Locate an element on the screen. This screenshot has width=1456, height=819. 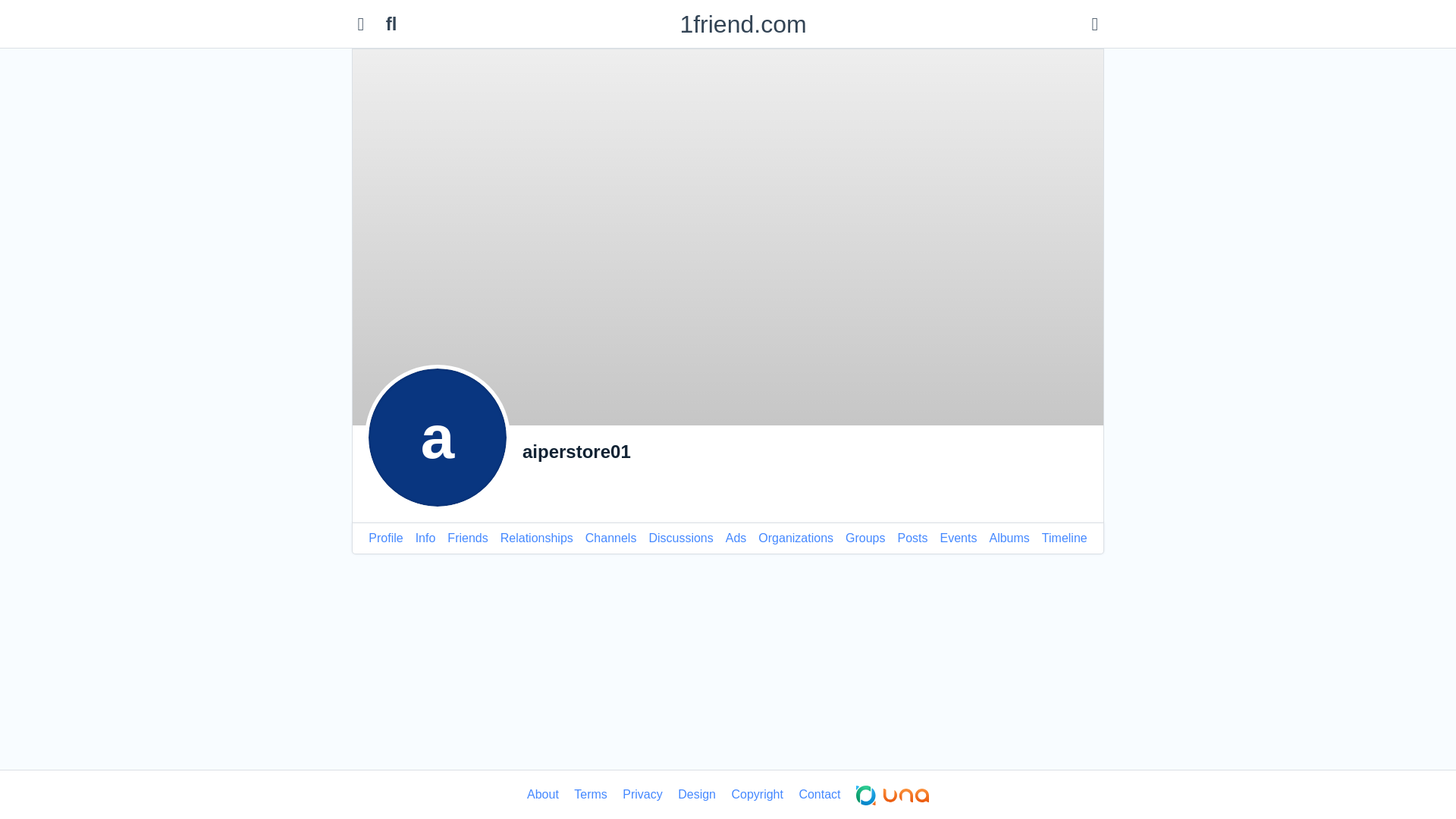
'Organizations' is located at coordinates (758, 537).